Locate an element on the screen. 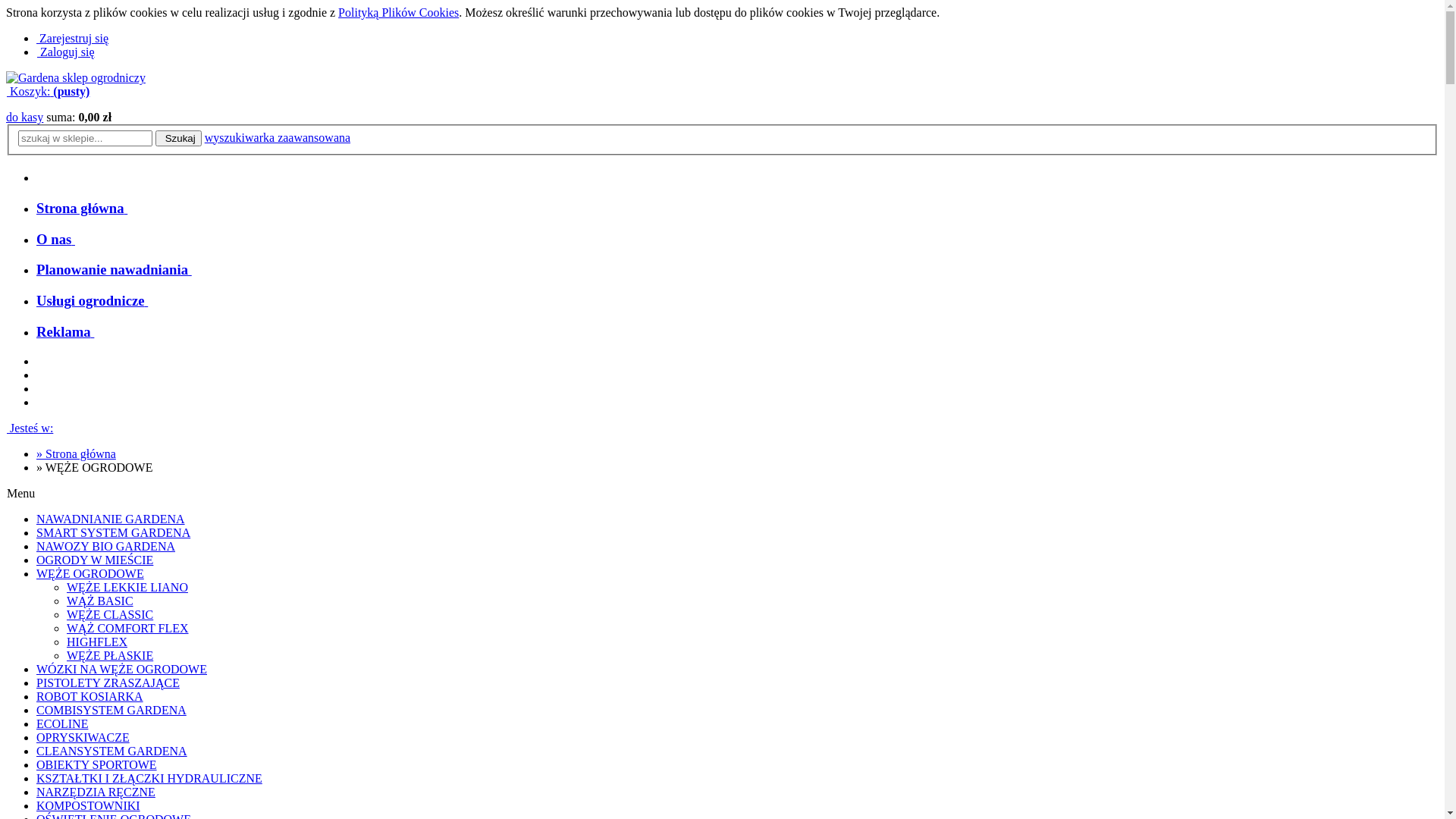 The height and width of the screenshot is (819, 1456). 'CLEANSYSTEM GARDENA' is located at coordinates (111, 751).